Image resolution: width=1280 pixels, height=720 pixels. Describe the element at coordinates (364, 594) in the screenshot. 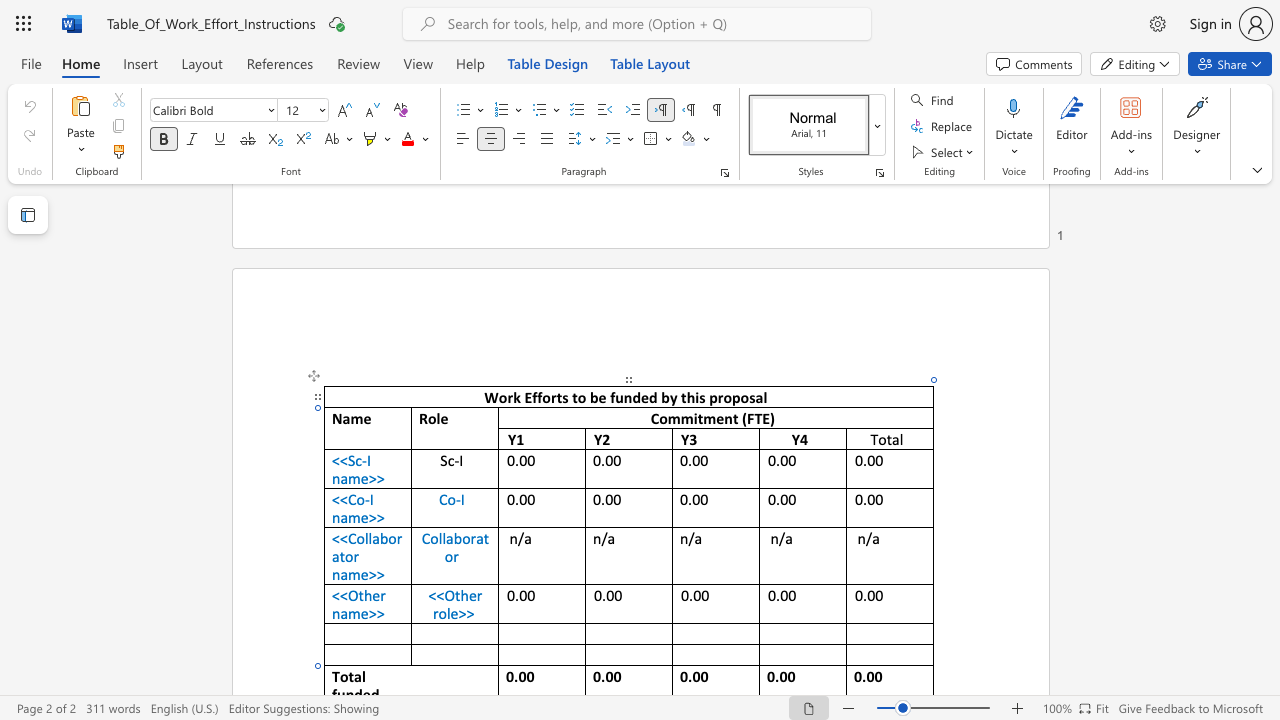

I see `the space between the continuous character "t" and "h" in the text` at that location.